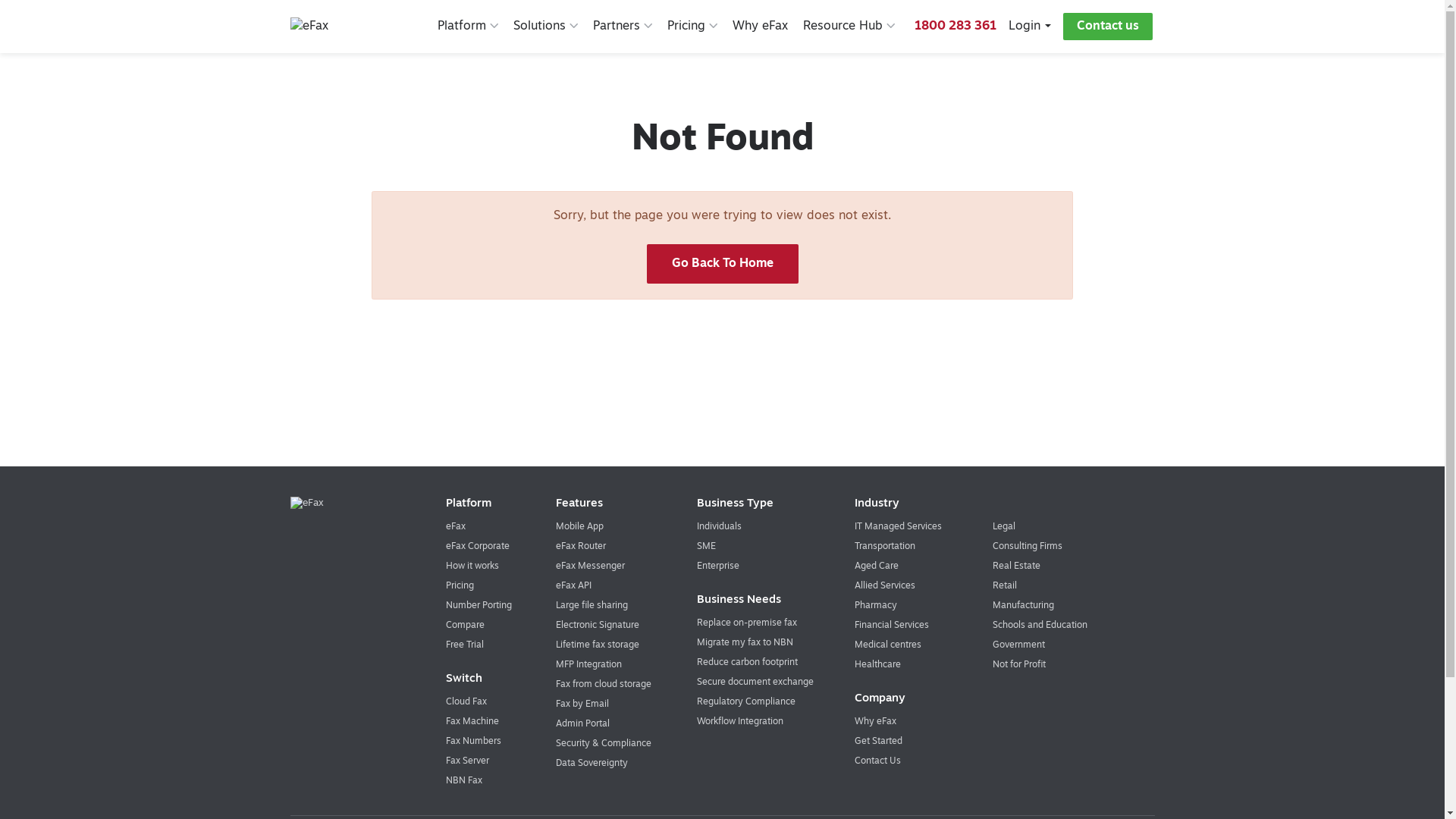 The image size is (1456, 819). What do you see at coordinates (464, 645) in the screenshot?
I see `'Free Trial'` at bounding box center [464, 645].